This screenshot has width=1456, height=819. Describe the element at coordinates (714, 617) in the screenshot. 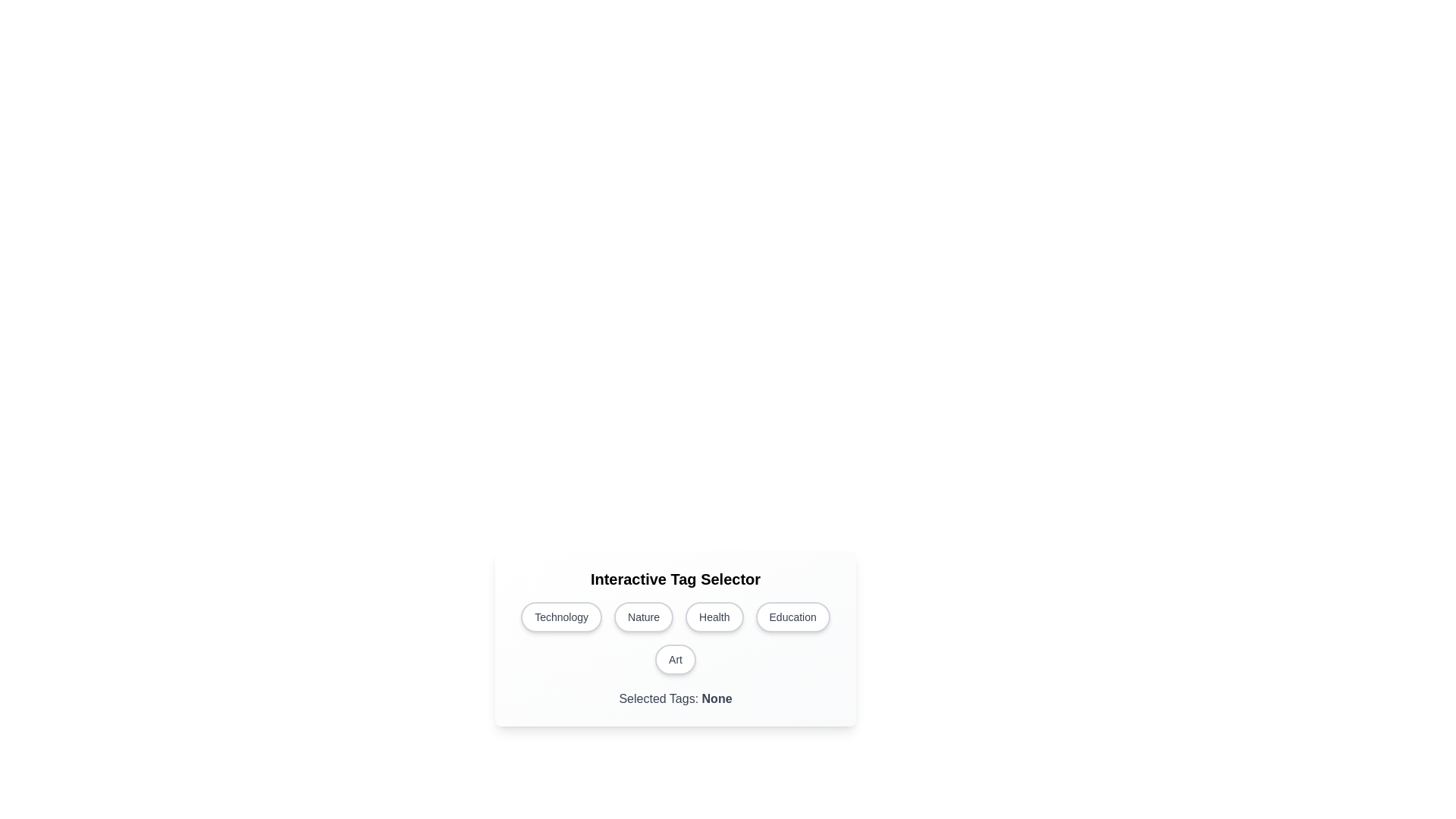

I see `the Health tag to select or deselect it` at that location.